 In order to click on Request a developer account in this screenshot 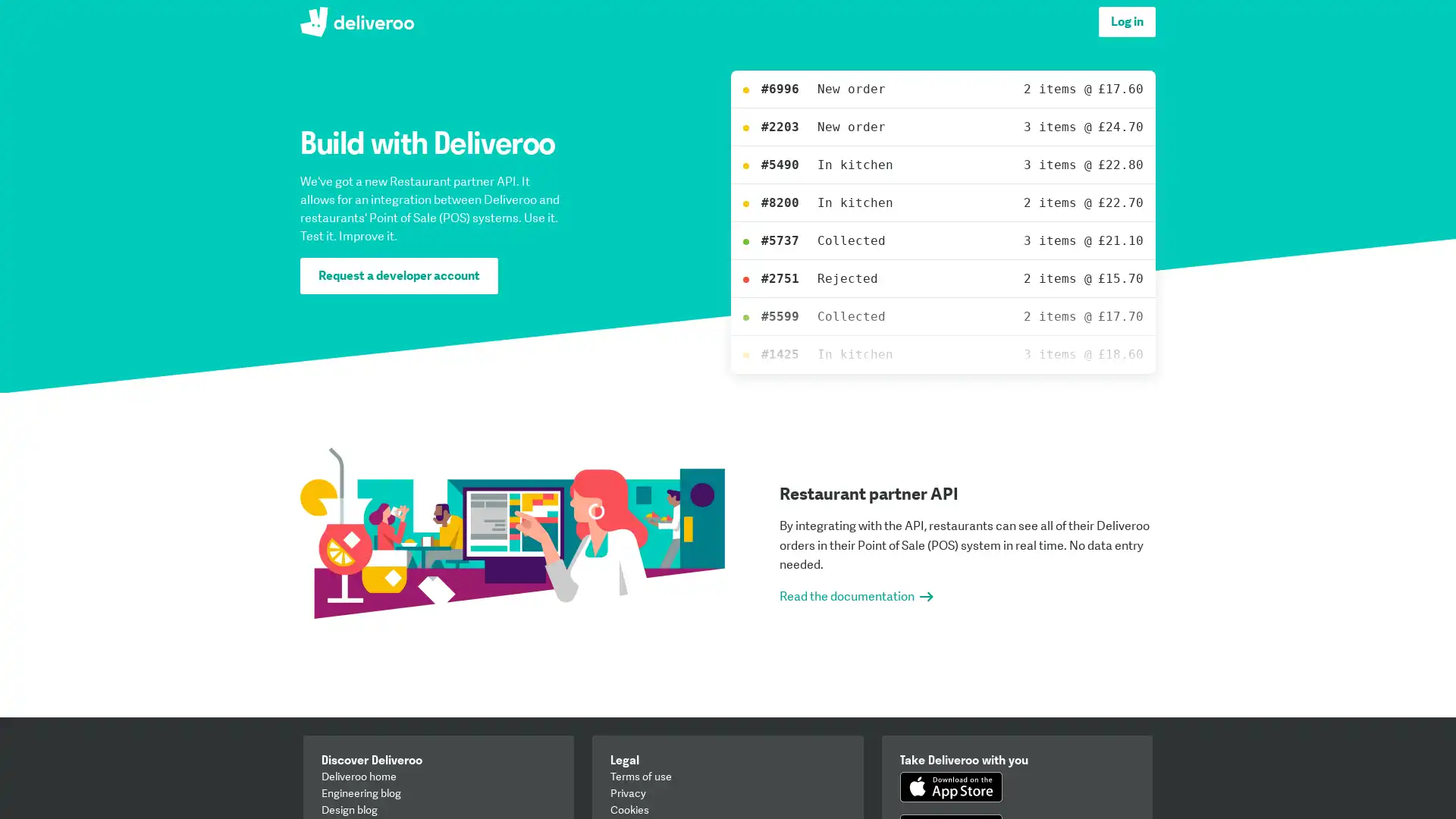, I will do `click(399, 275)`.